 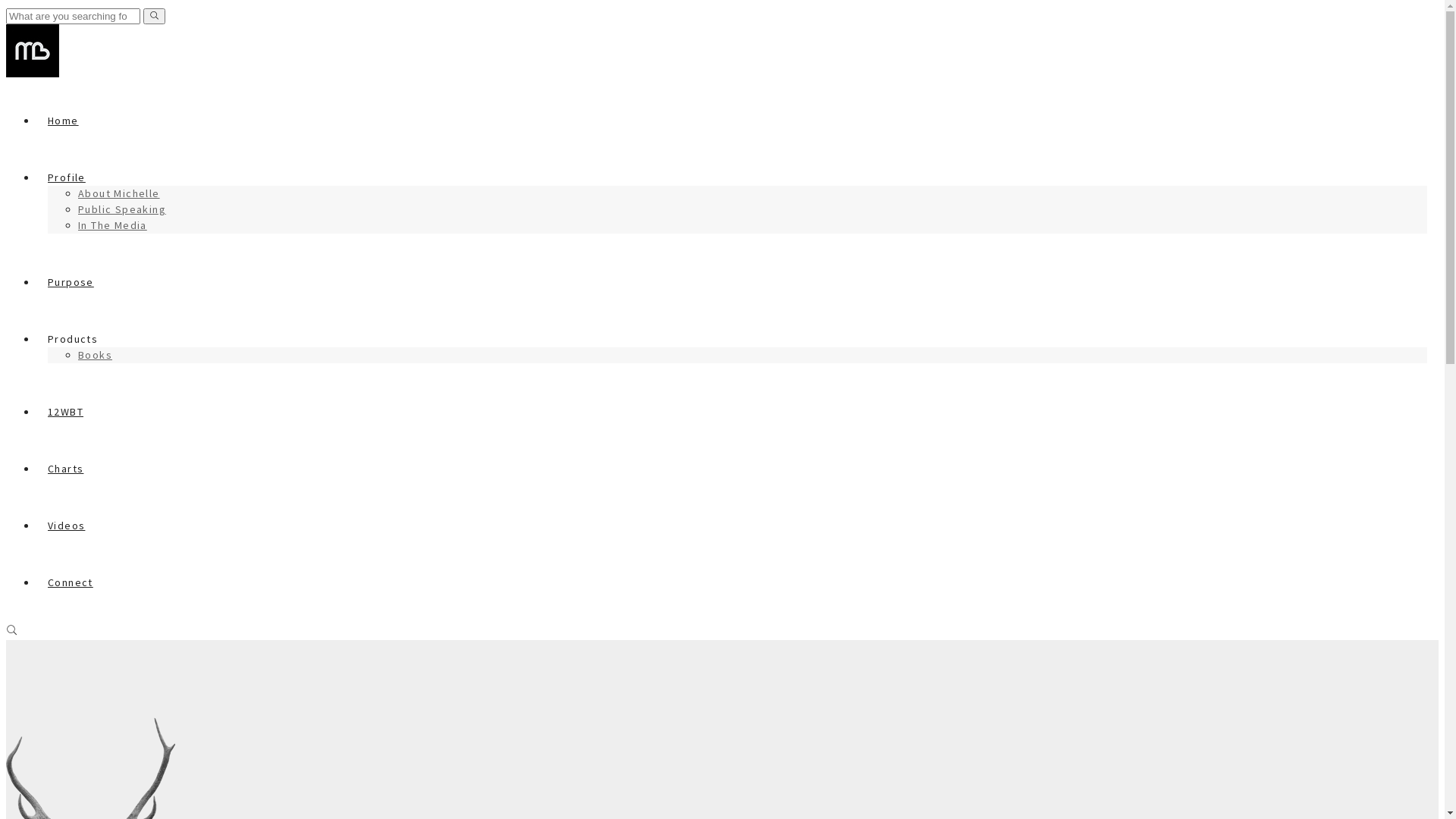 I want to click on 'Videos', so click(x=65, y=525).